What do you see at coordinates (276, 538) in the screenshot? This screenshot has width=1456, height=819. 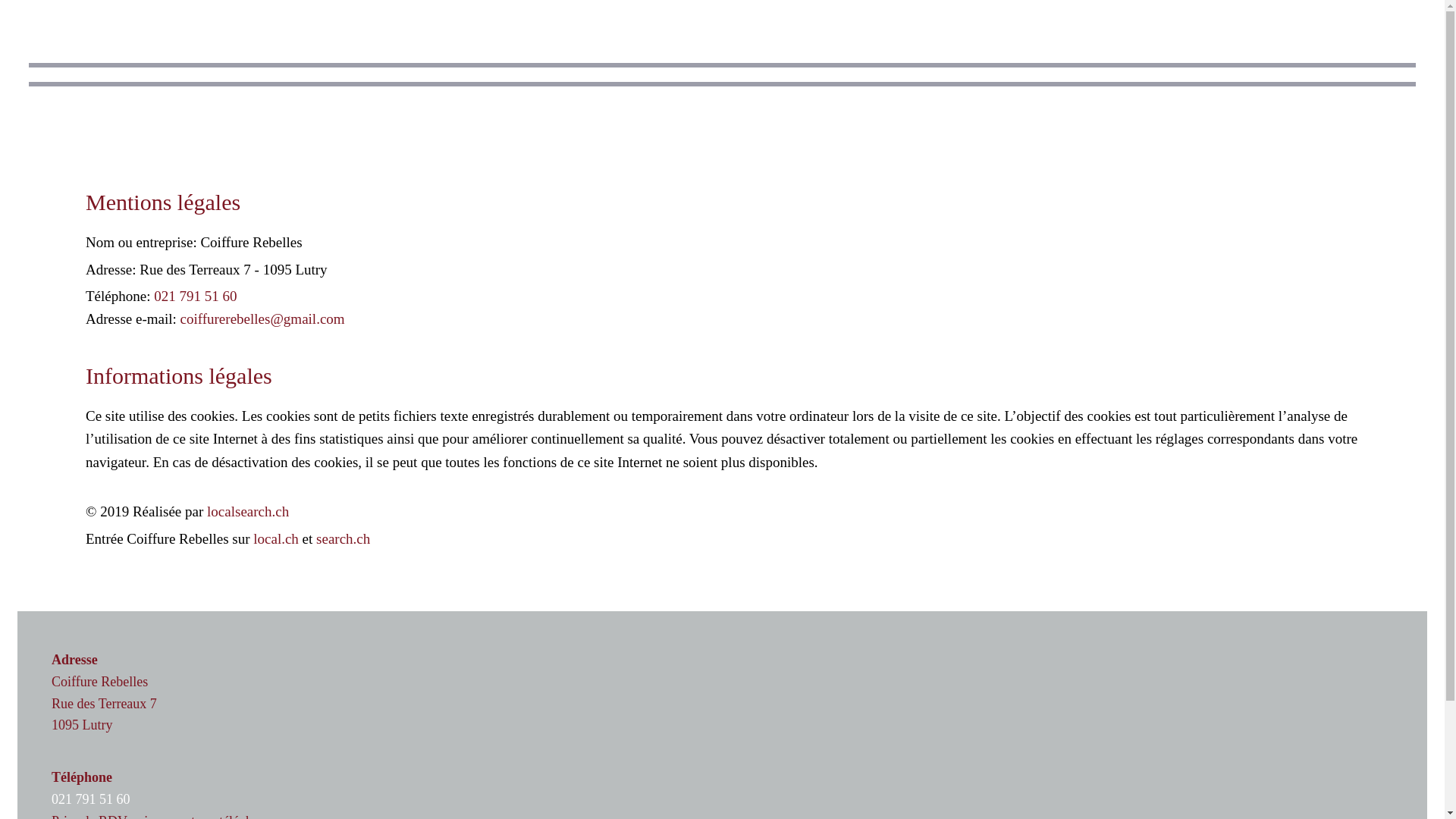 I see `'local.ch'` at bounding box center [276, 538].